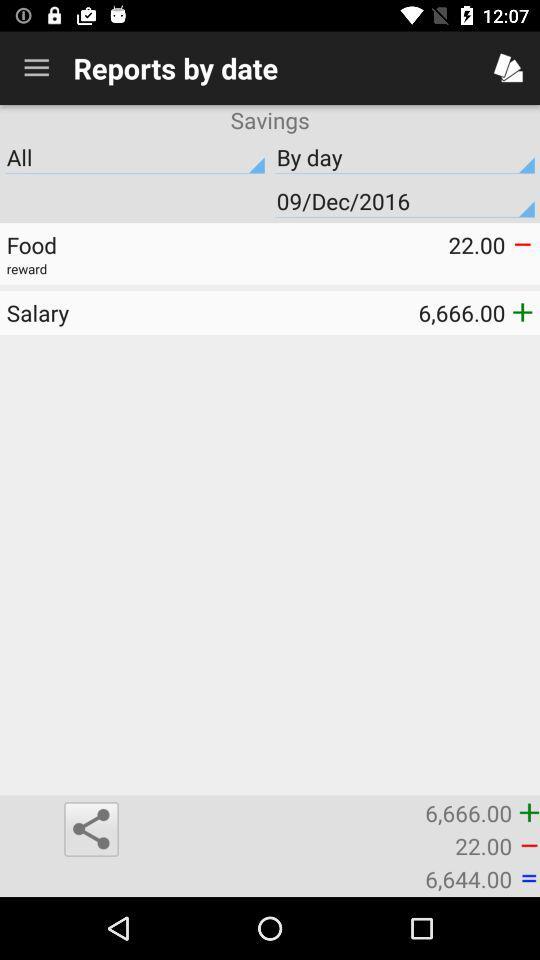  What do you see at coordinates (36, 68) in the screenshot?
I see `the icon above savings item` at bounding box center [36, 68].